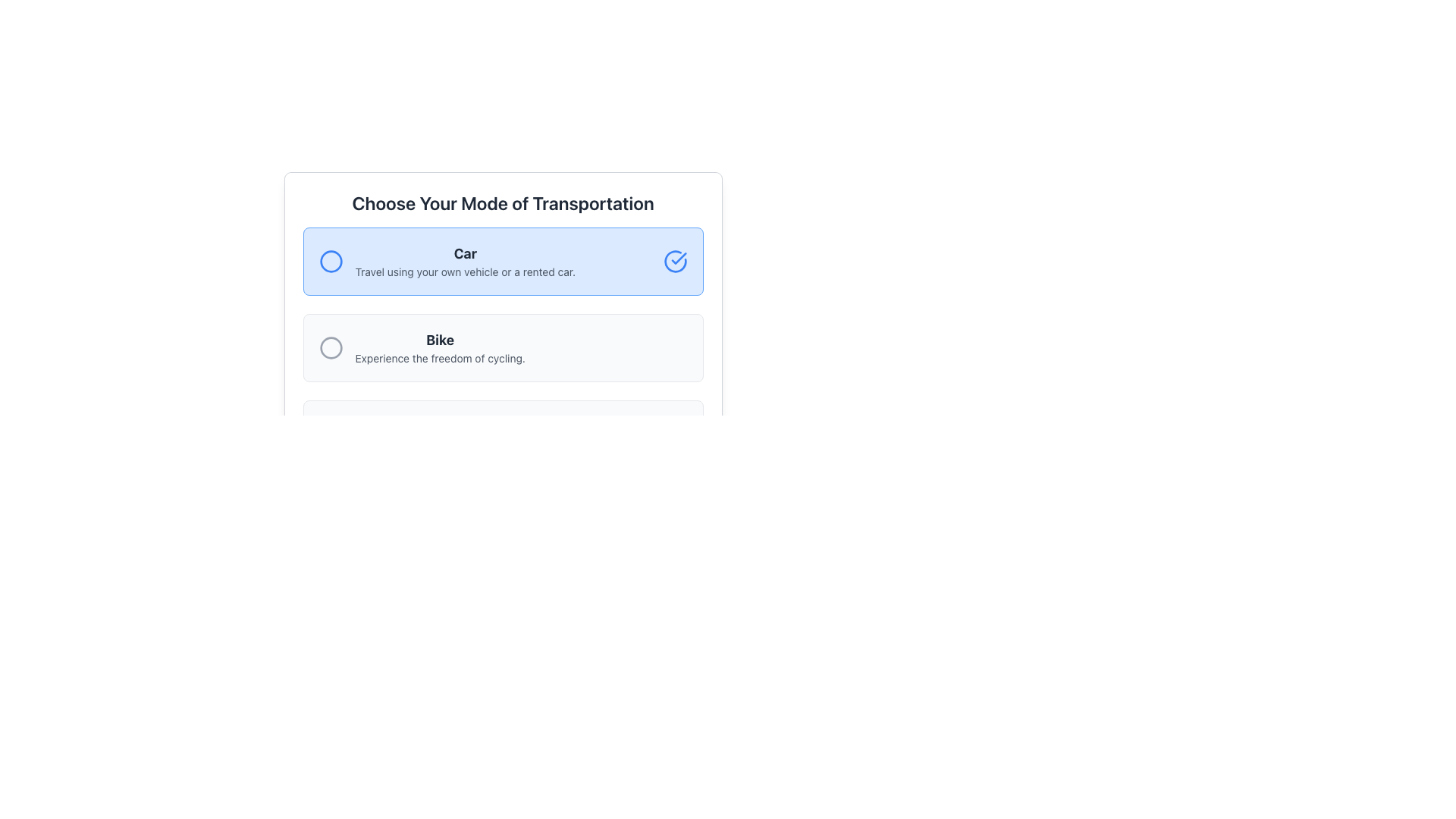 This screenshot has width=1456, height=819. I want to click on the circular blue-stroked icon with a checkmark inside to confirm the selection of the 'Car' option, so click(674, 260).